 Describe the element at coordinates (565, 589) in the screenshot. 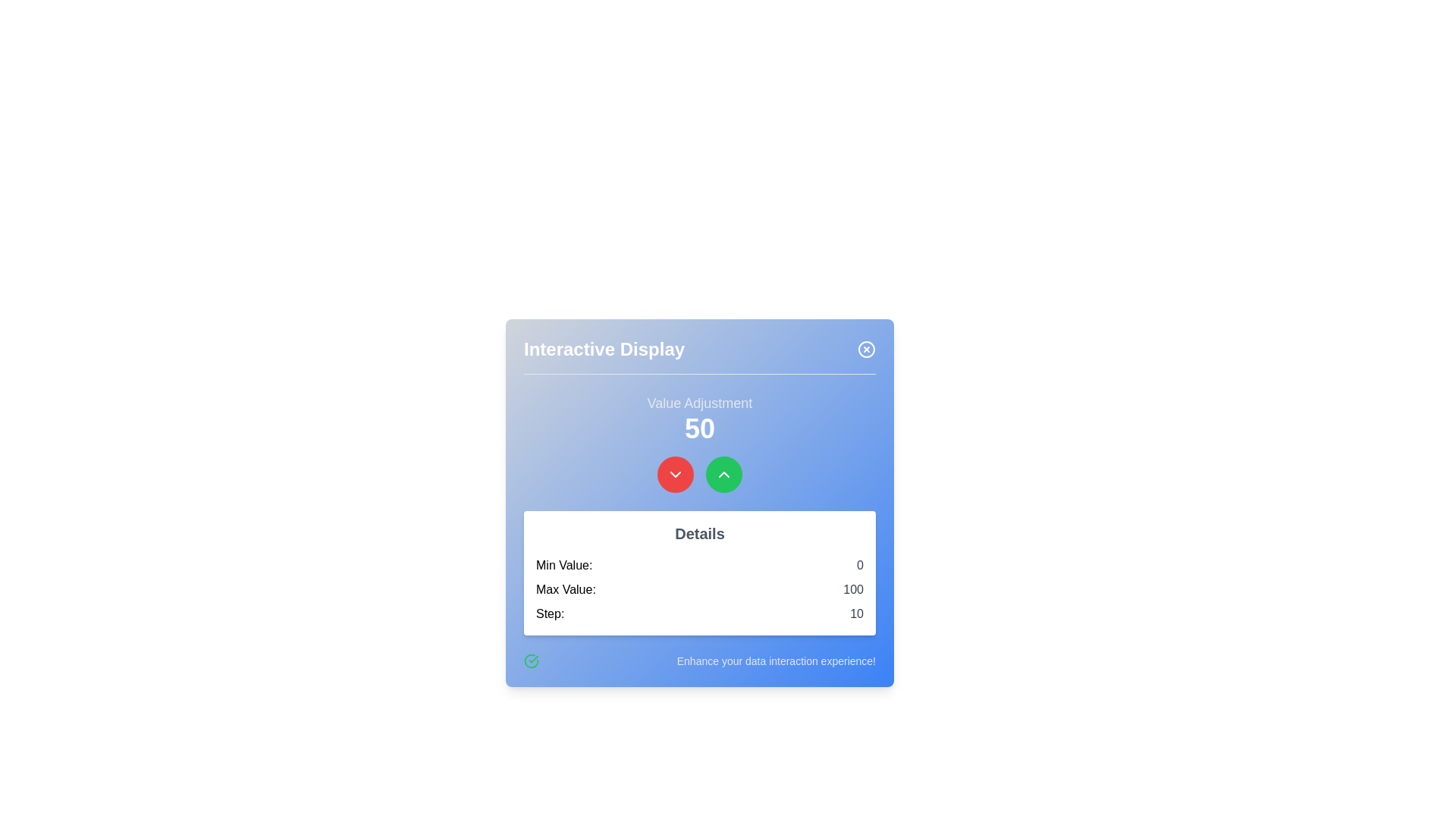

I see `the text label indicating the 'Max Value' which is aligned vertically with 'Min Value' and 'Step'` at that location.